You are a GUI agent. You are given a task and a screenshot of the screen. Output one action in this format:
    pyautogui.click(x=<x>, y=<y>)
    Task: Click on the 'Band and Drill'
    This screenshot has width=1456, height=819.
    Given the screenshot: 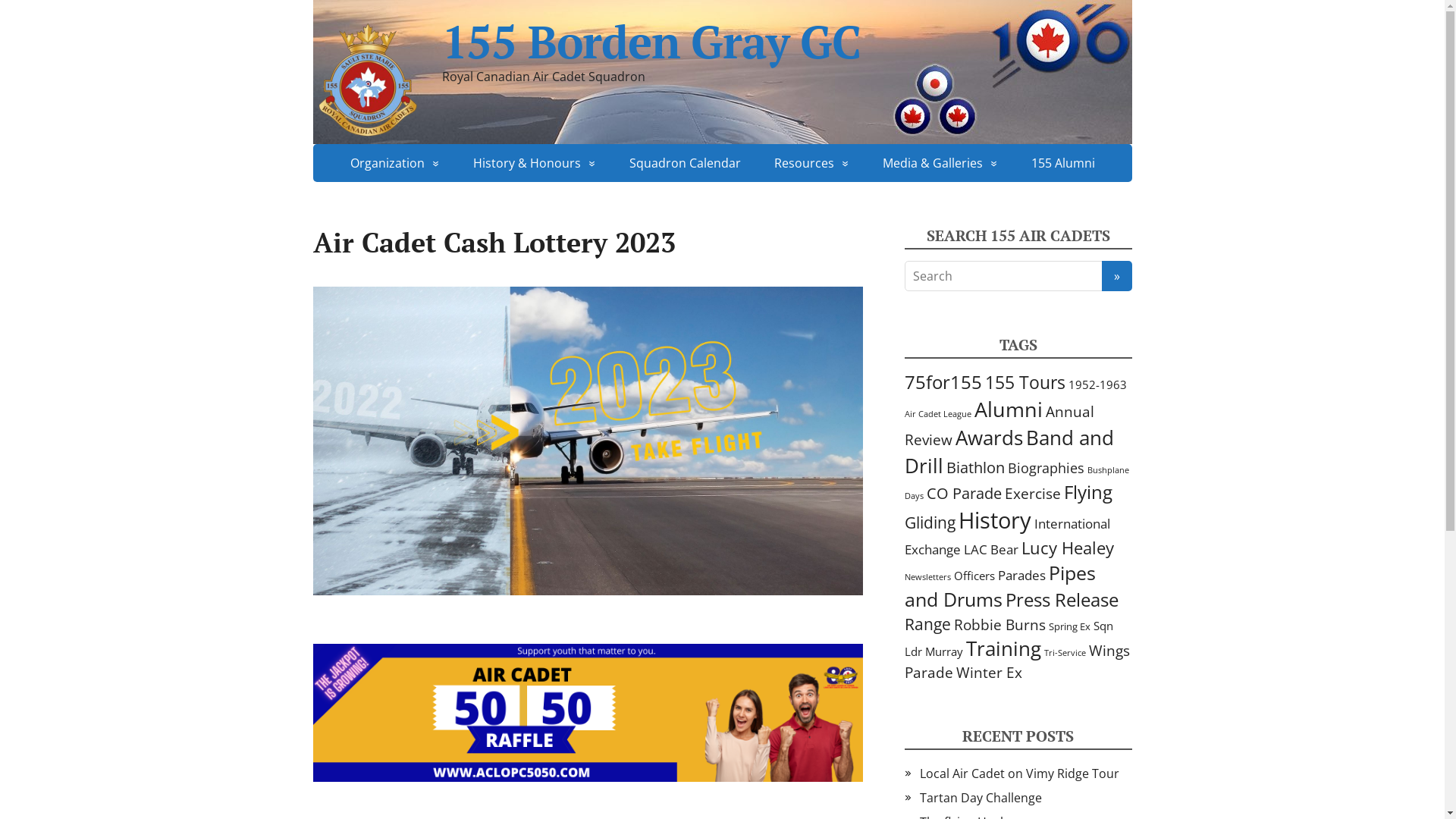 What is the action you would take?
    pyautogui.click(x=1008, y=450)
    